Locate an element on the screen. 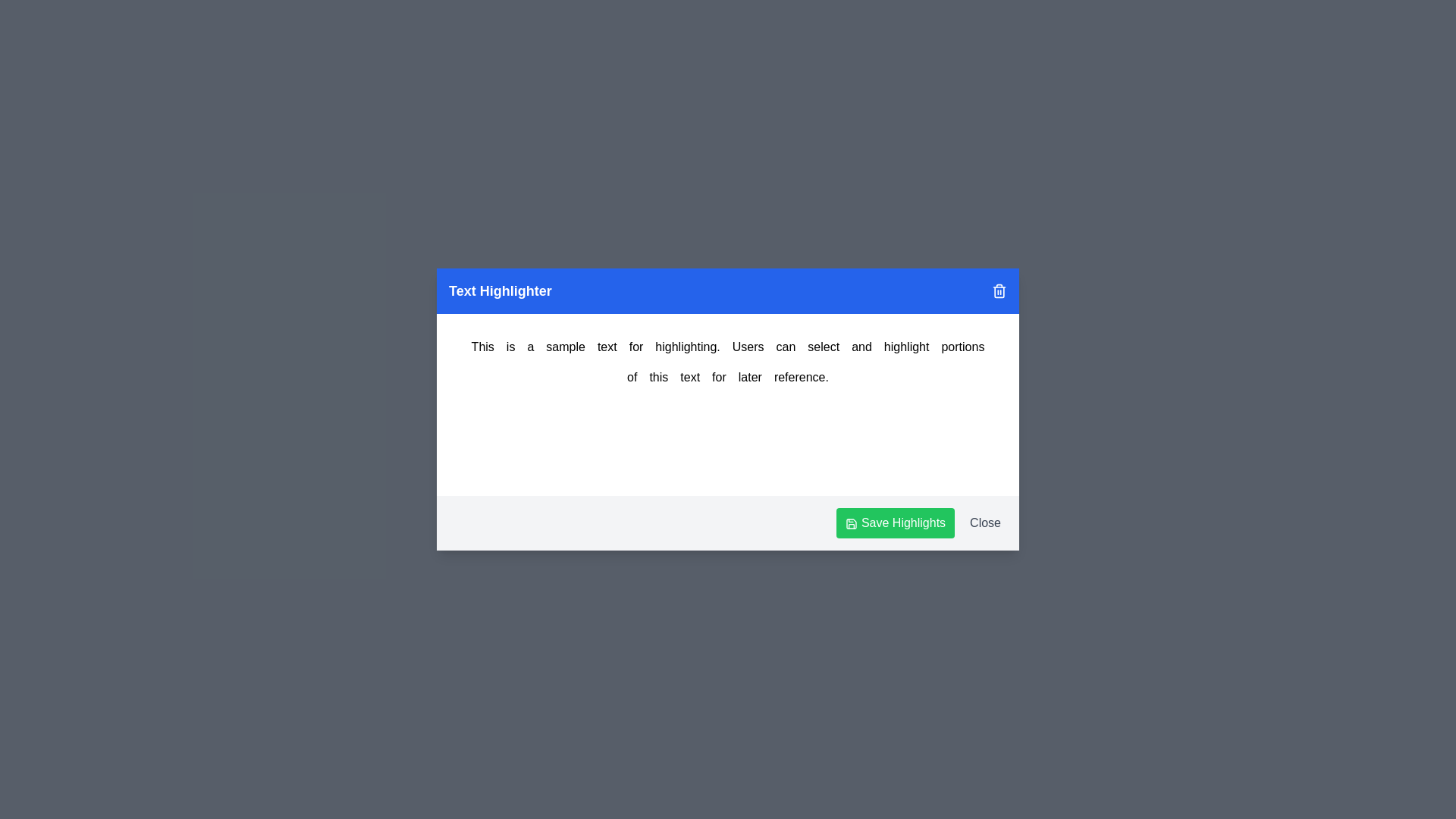  the trash icon in the header to dismiss the dialog is located at coordinates (999, 291).